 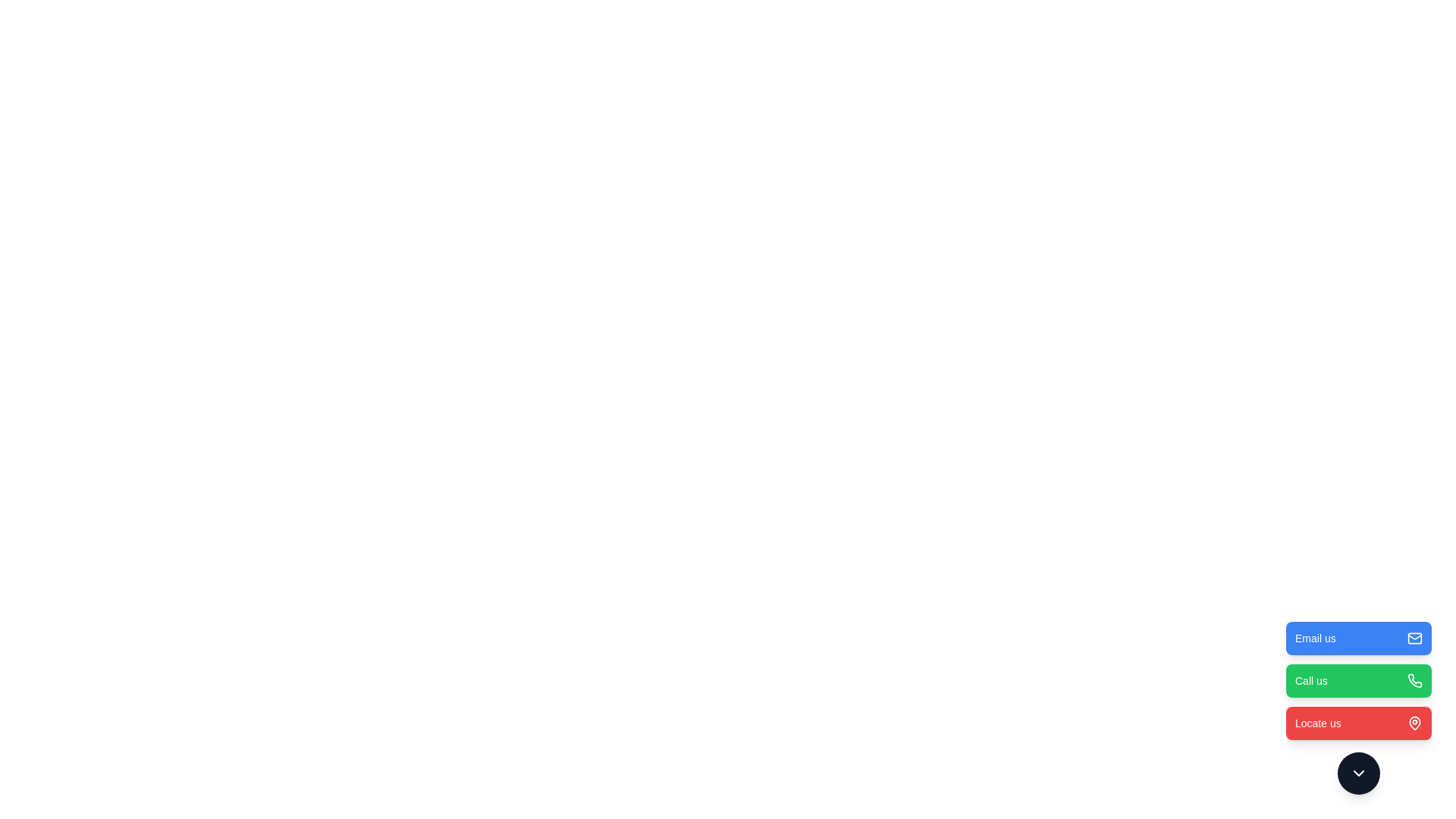 I want to click on the toggle button to open or close the menu, so click(x=1358, y=773).